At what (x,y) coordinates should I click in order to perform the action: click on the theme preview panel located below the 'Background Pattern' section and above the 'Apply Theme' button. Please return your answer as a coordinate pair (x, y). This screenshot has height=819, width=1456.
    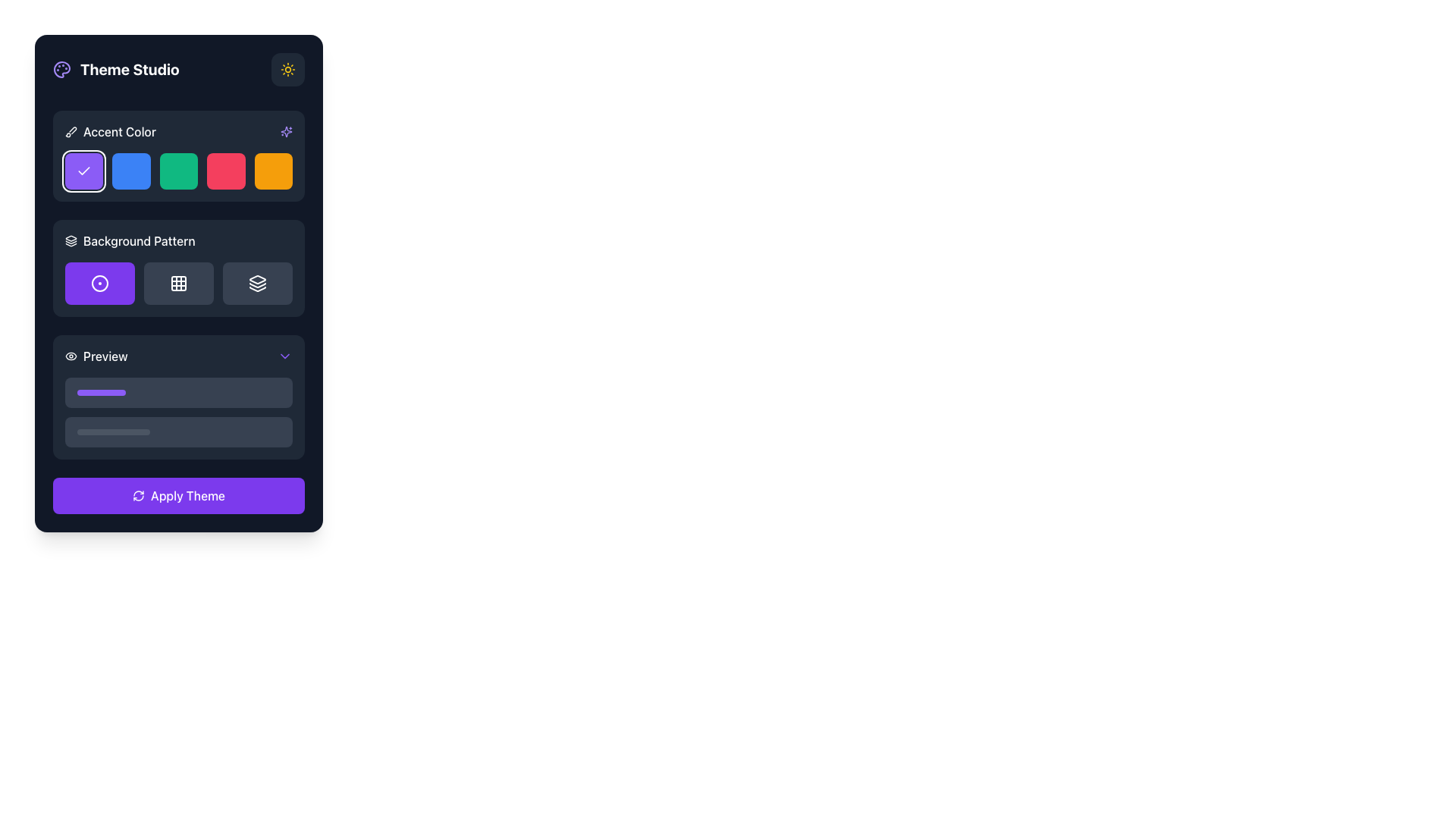
    Looking at the image, I should click on (178, 397).